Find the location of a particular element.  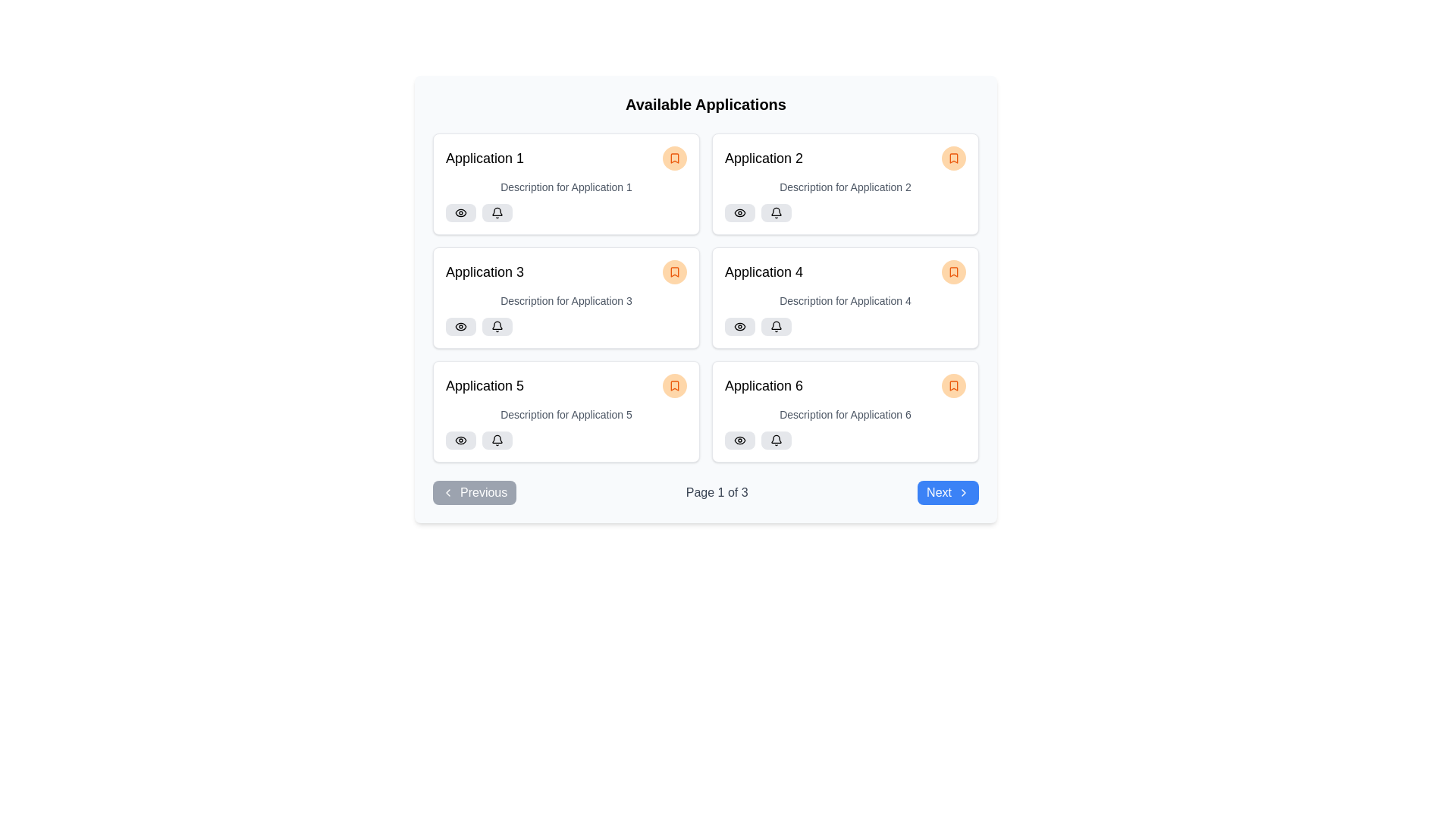

the Text indicator displaying the current page number (1) out of a total of 3 pages, located at the center-bottom of the interface, between the 'Previous' and 'Next' buttons in the navigation bar is located at coordinates (716, 493).